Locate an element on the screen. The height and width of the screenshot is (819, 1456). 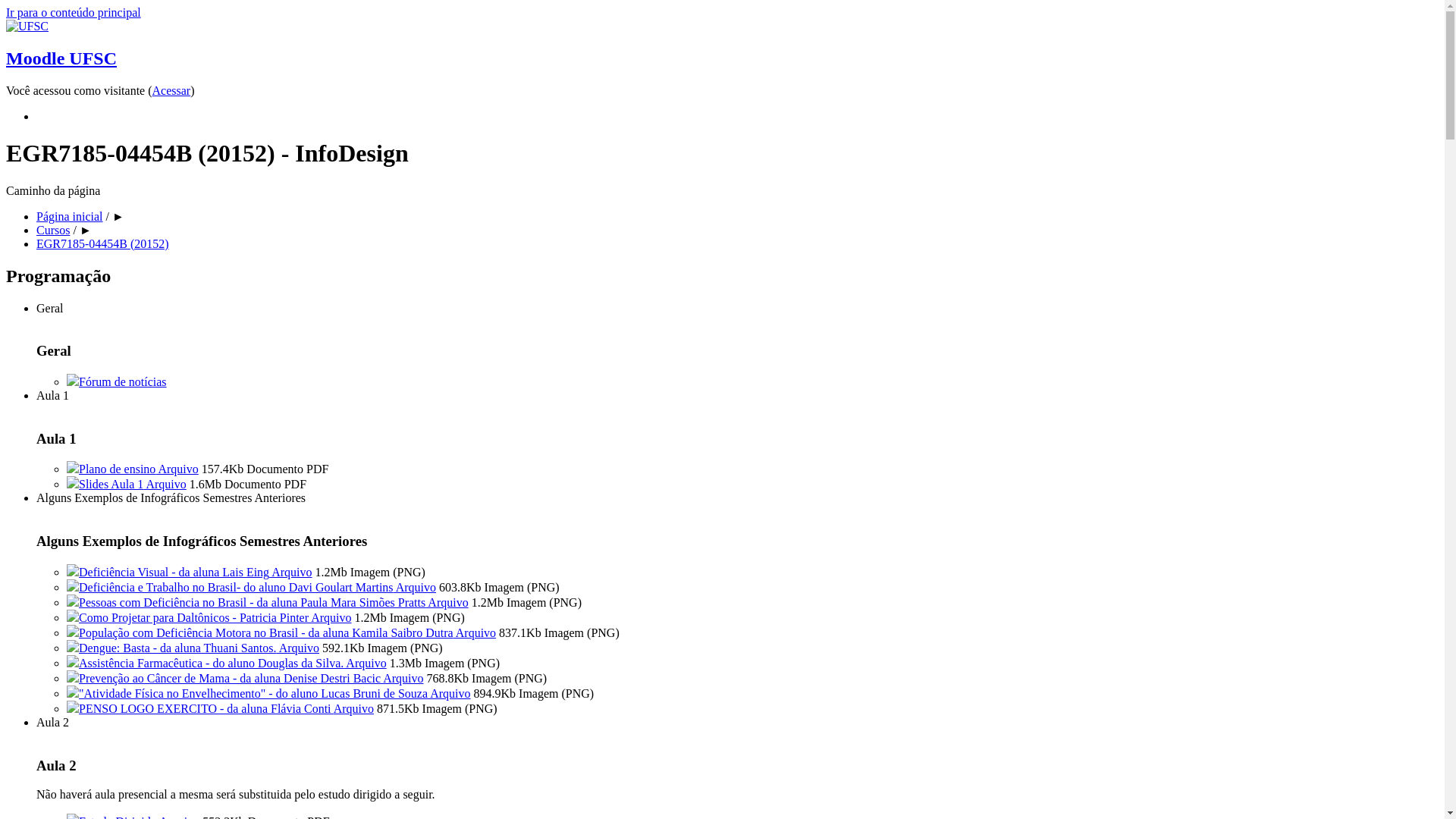
'Slides Aula 1 Arquivo' is located at coordinates (127, 484).